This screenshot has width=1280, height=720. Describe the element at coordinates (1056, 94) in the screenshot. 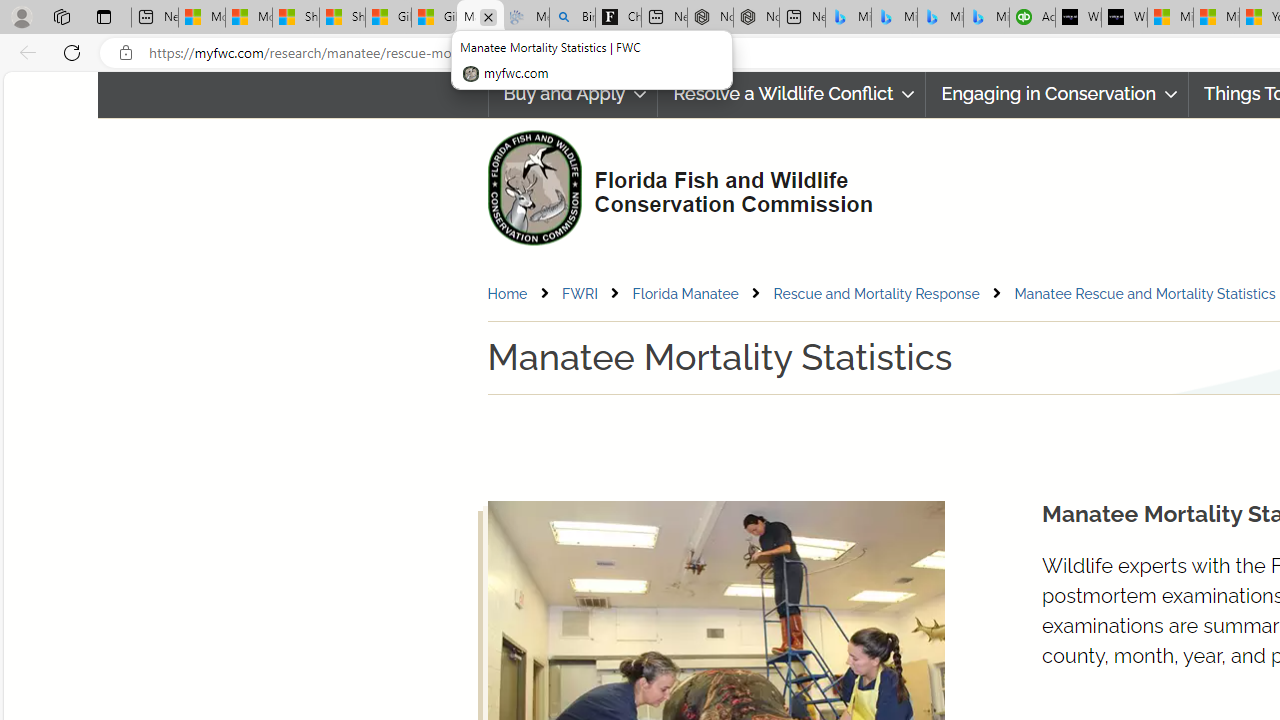

I see `'Engaging in Conservation'` at that location.